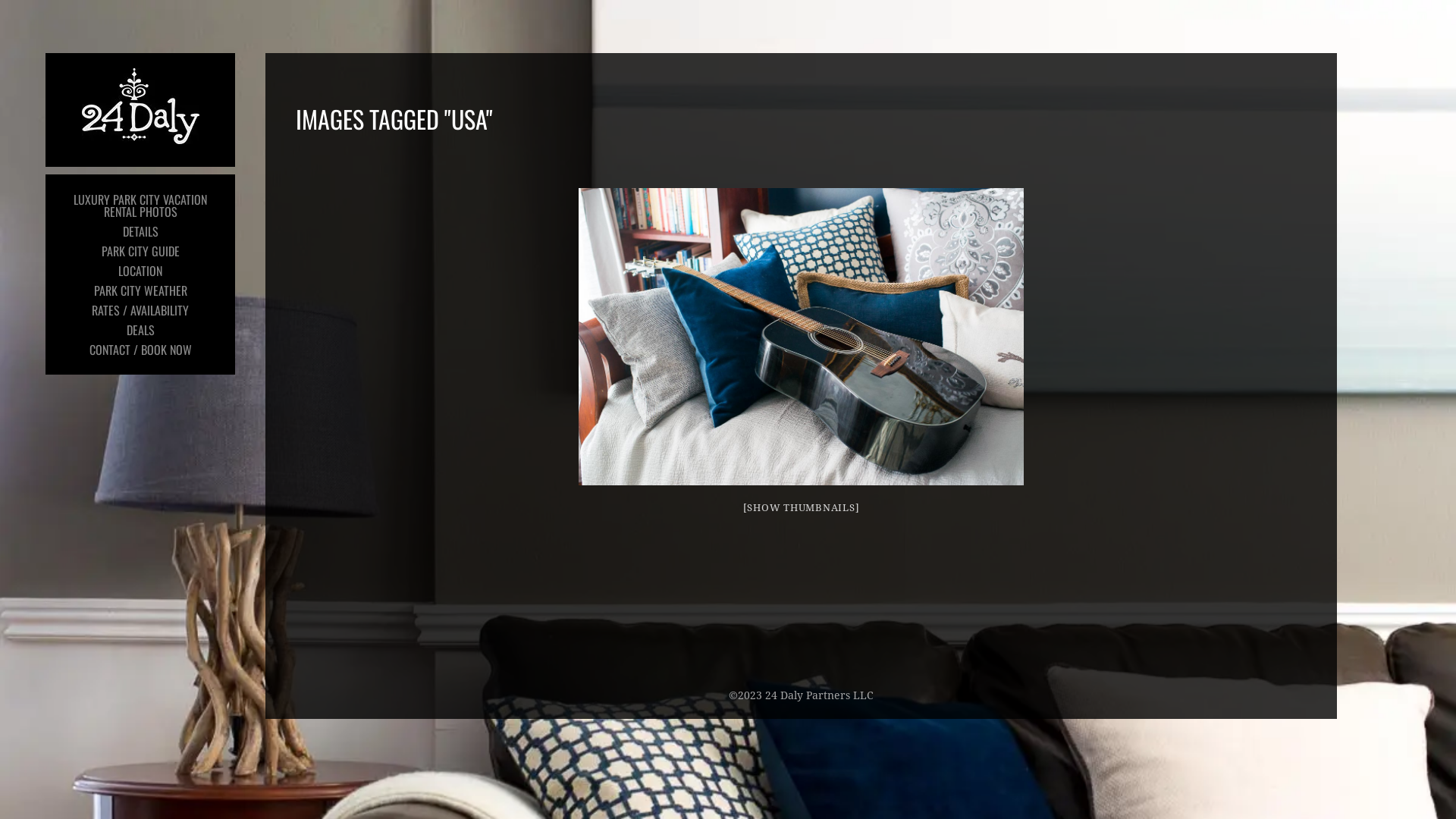 Image resolution: width=1456 pixels, height=819 pixels. I want to click on 'DEALS', so click(140, 329).